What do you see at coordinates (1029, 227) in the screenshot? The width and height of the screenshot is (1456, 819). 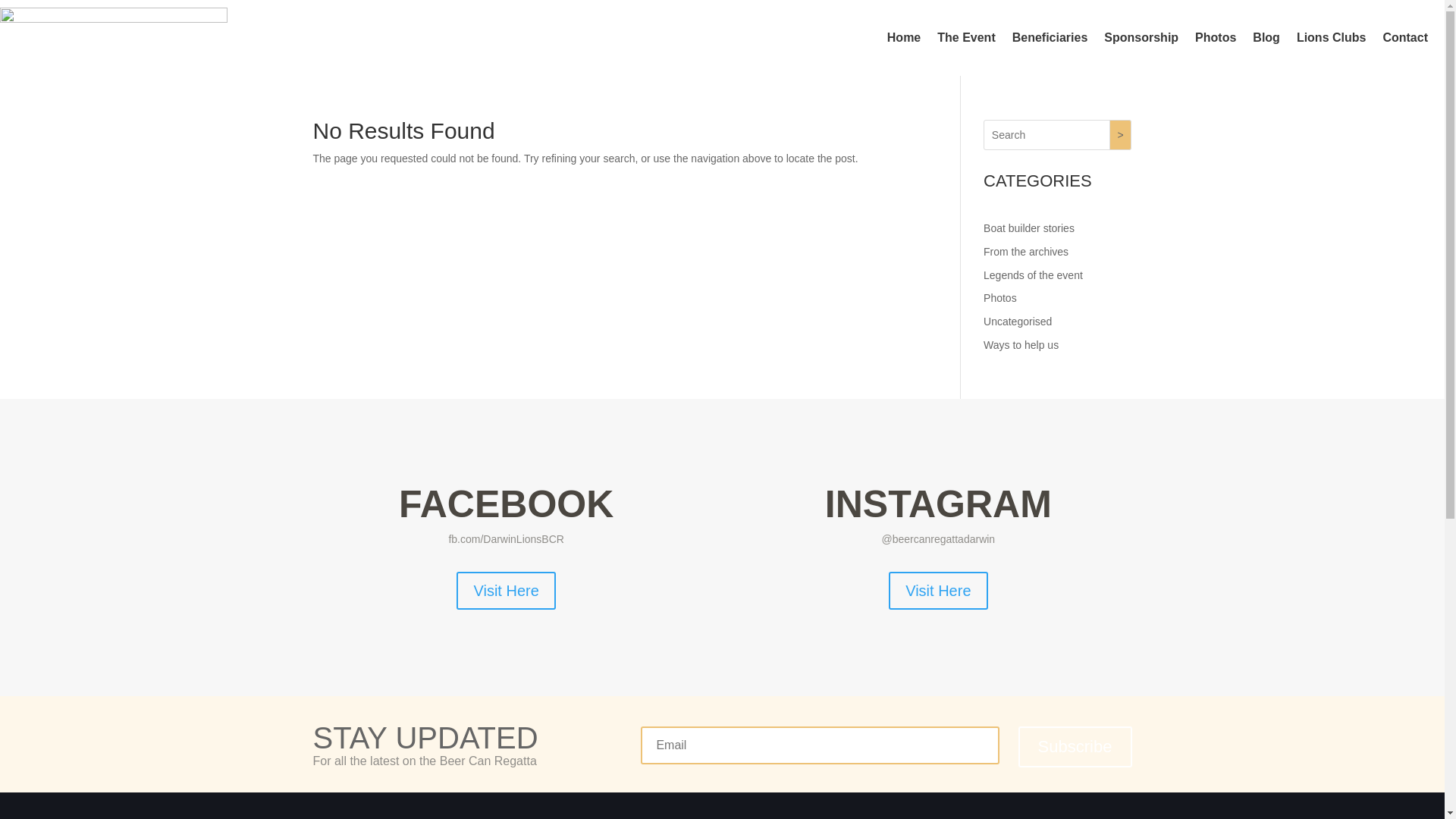 I see `'Boat builder stories'` at bounding box center [1029, 227].